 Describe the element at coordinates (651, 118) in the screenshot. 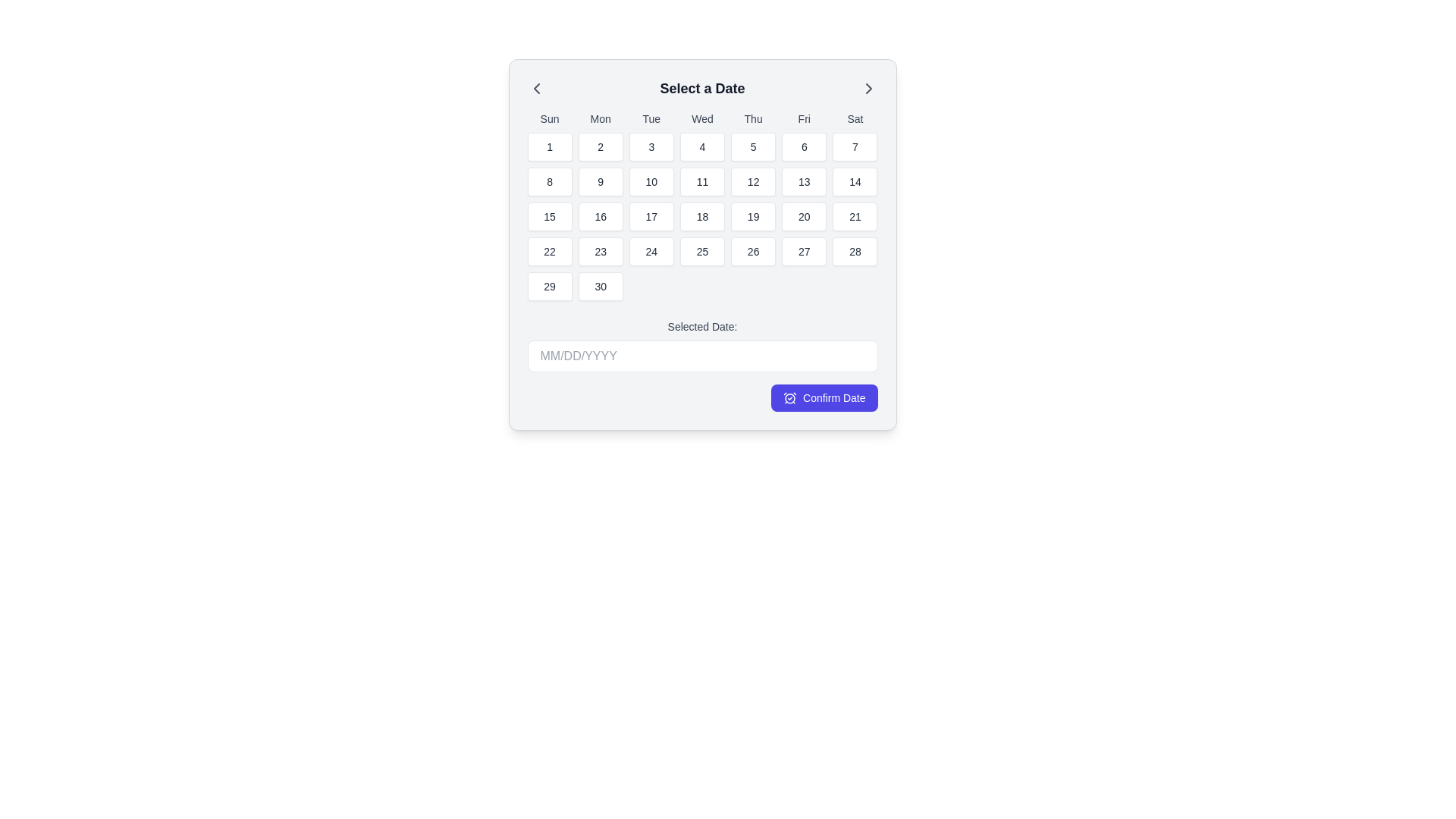

I see `the third weekday label in the header row of the calendar grid interface to identify the corresponding day of the week` at that location.